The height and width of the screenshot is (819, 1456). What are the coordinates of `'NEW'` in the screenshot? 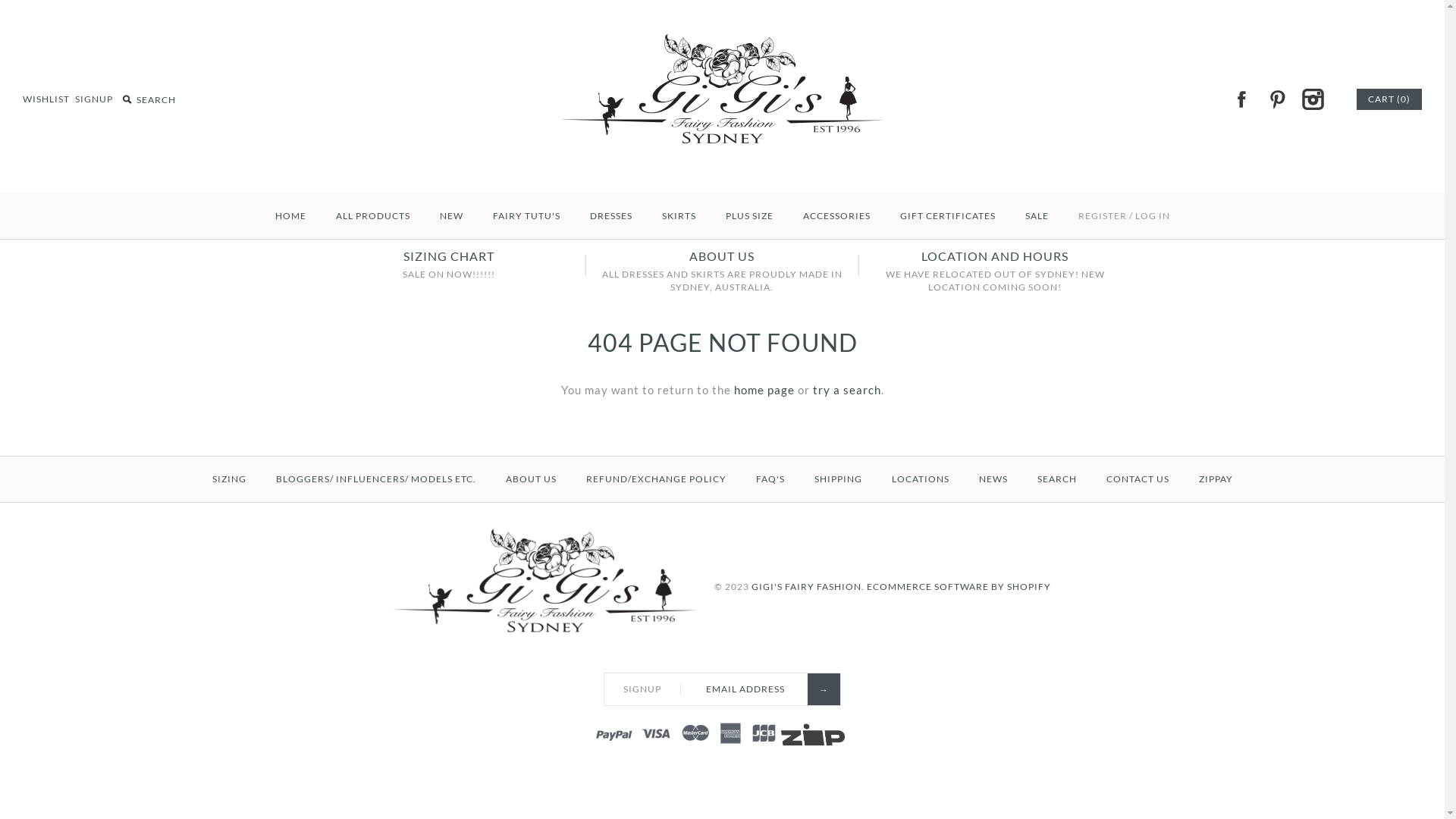 It's located at (450, 216).